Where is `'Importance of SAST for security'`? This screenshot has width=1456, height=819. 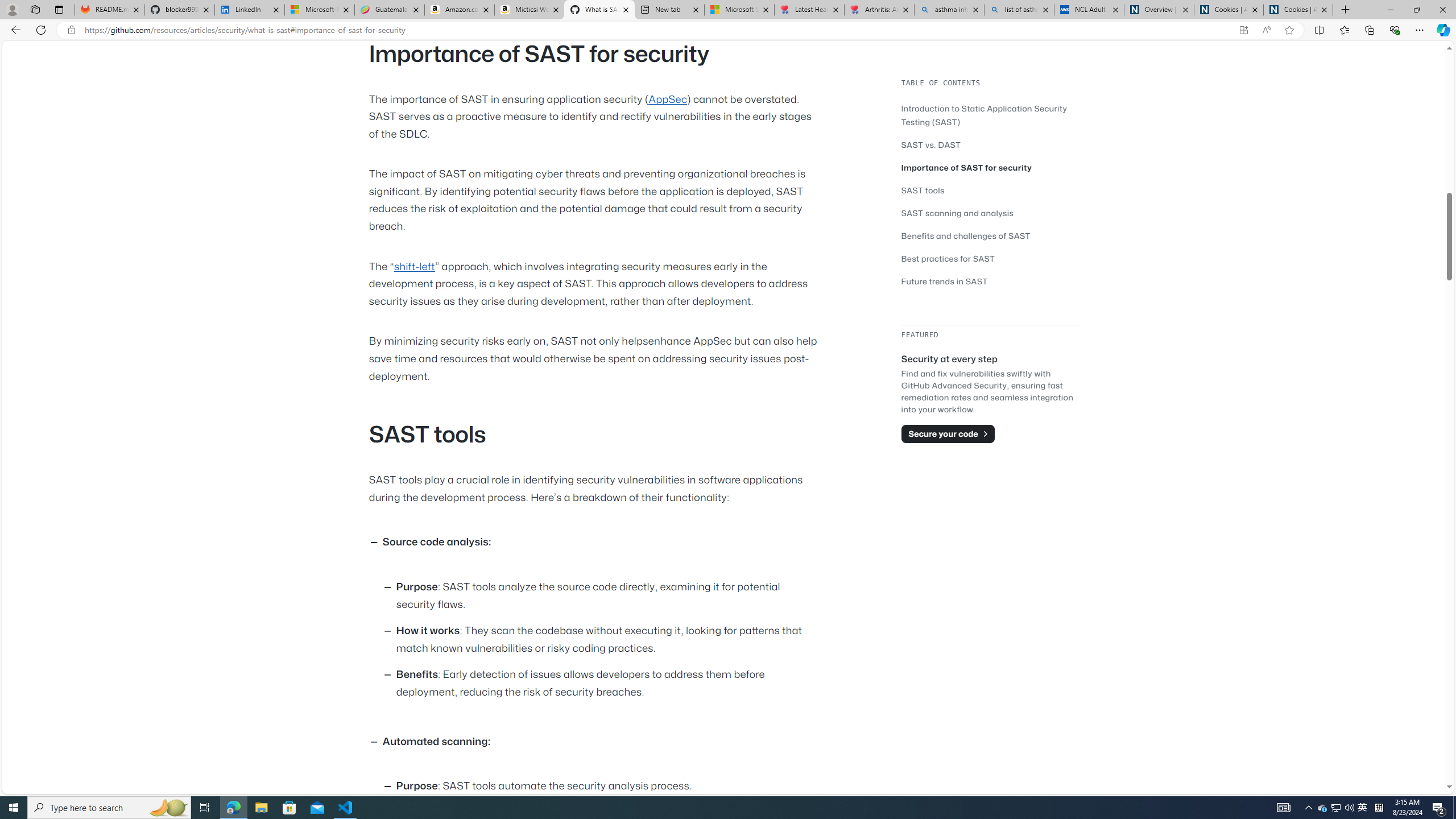 'Importance of SAST for security' is located at coordinates (966, 167).